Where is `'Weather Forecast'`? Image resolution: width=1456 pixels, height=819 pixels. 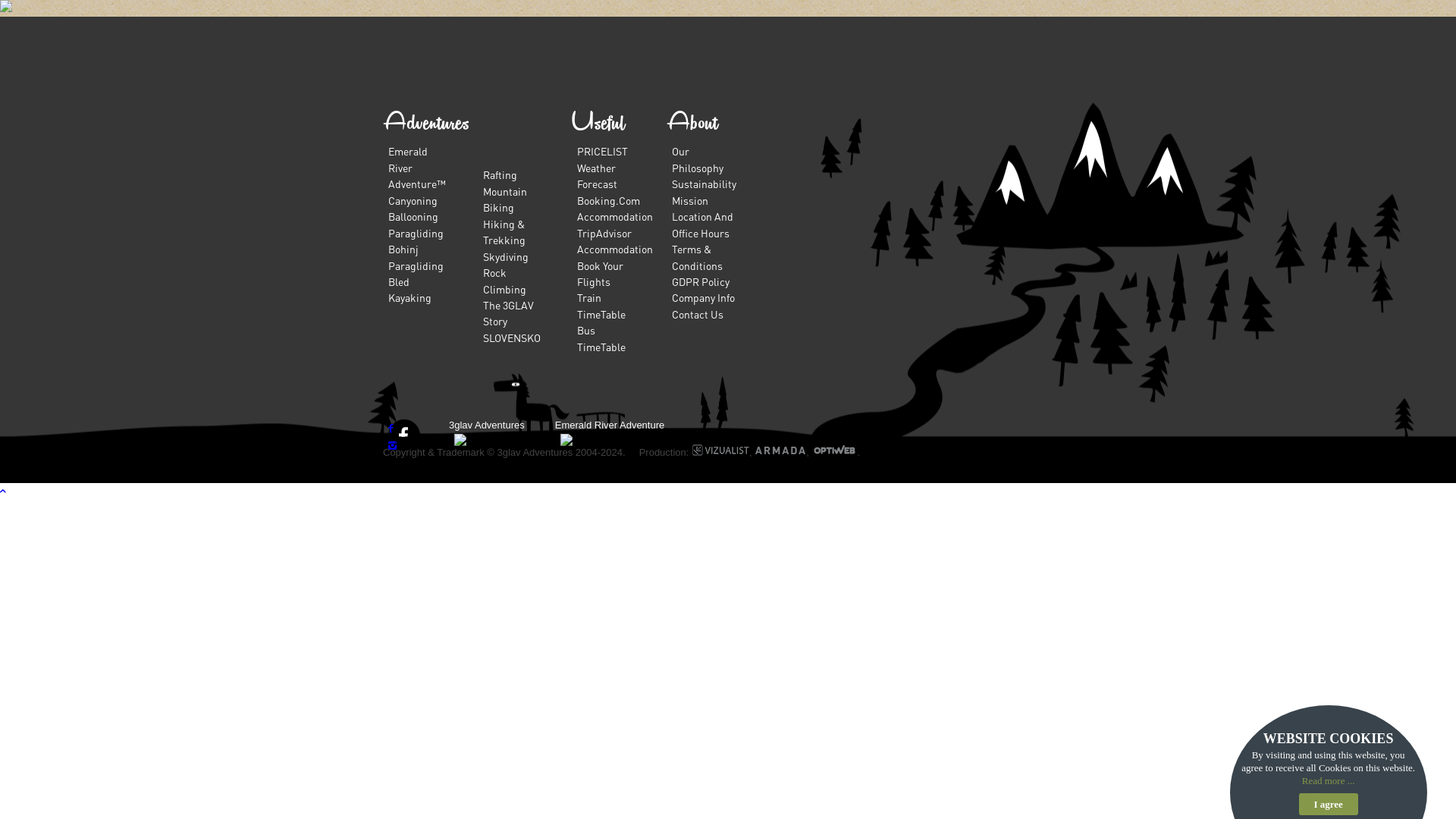
'Weather Forecast' is located at coordinates (596, 174).